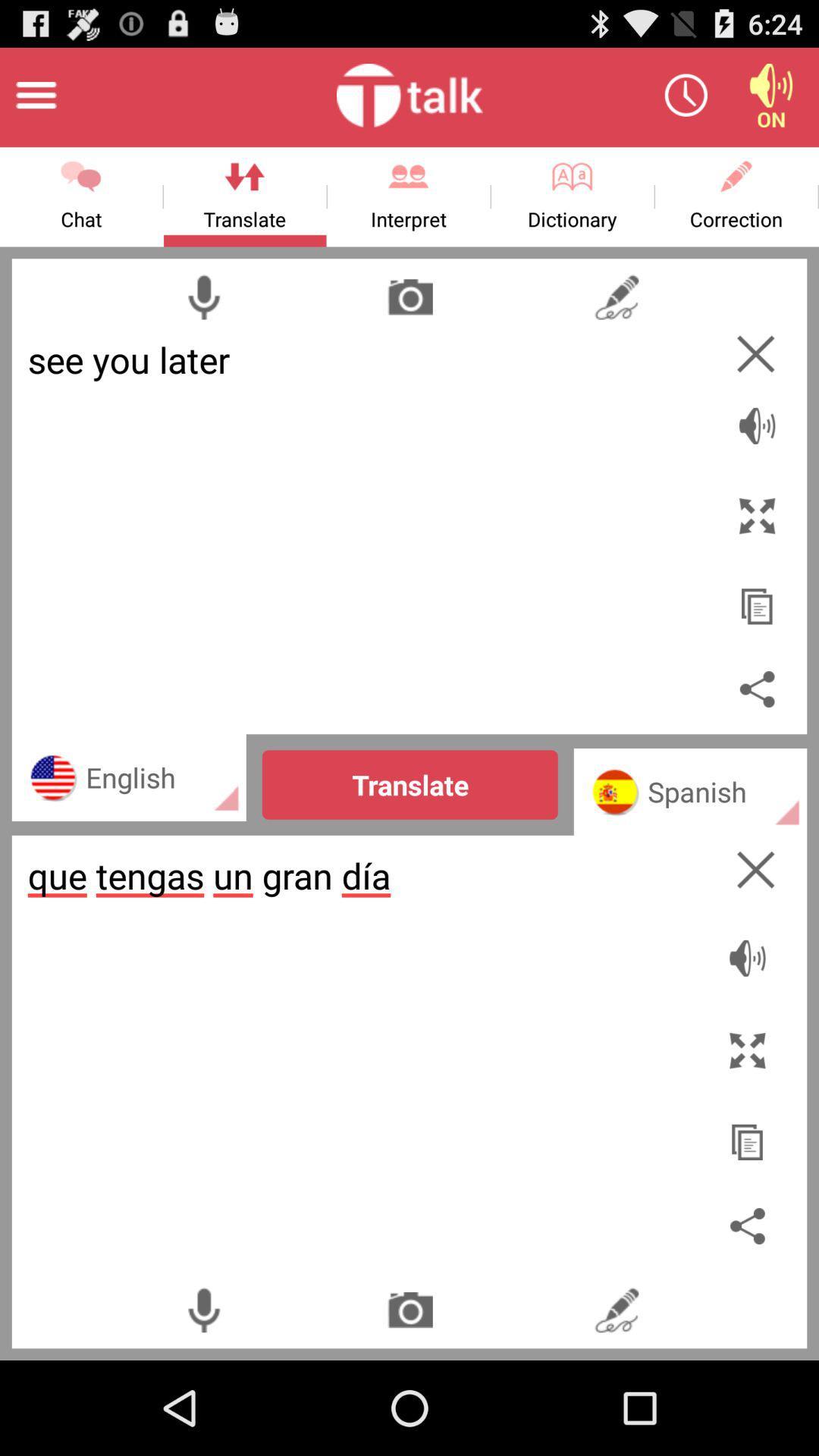 This screenshot has width=819, height=1456. I want to click on the share icon, so click(757, 737).